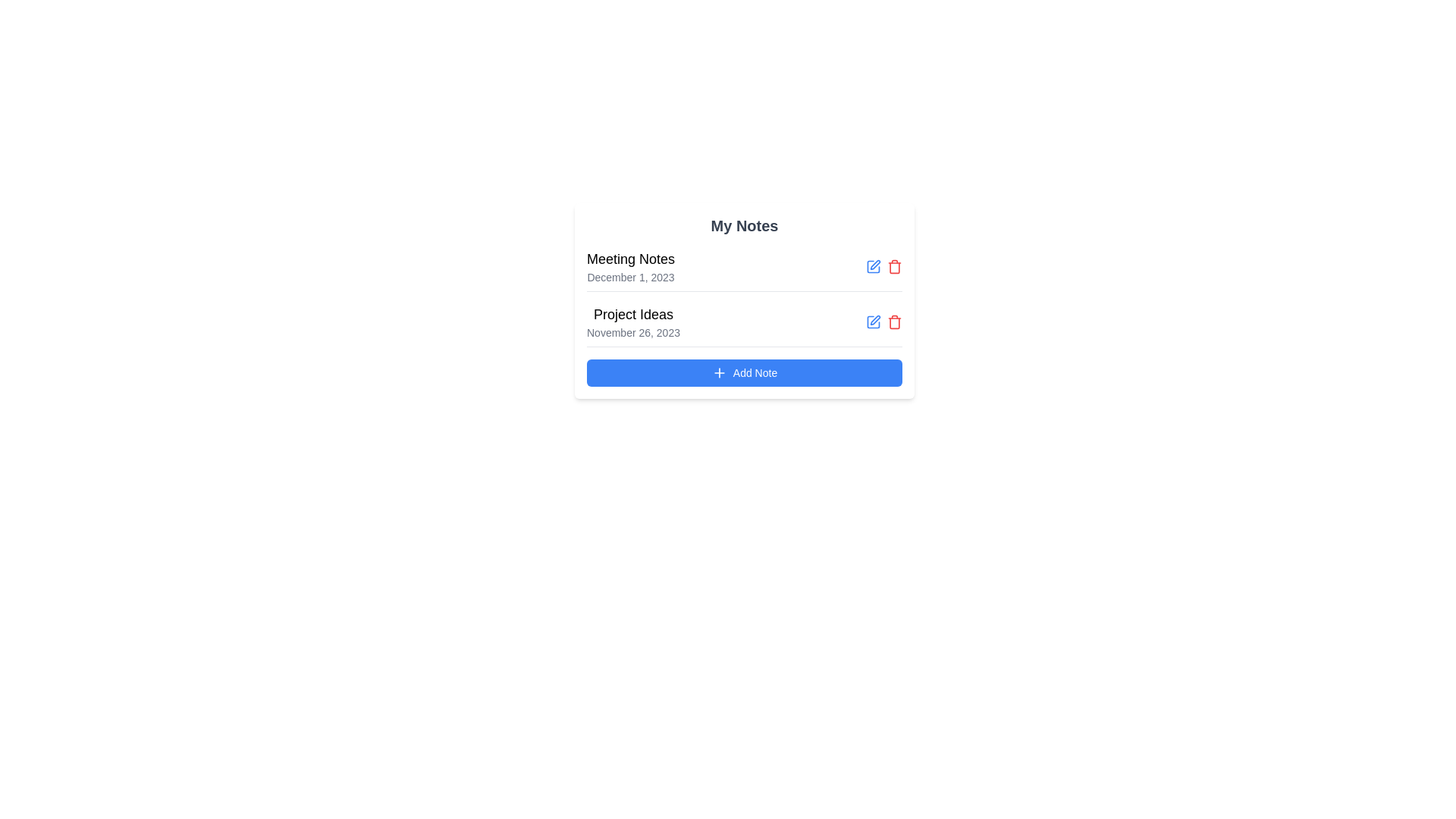  What do you see at coordinates (745, 373) in the screenshot?
I see `the 'Add Note' button located at the bottom of the 'My Notes' panel` at bounding box center [745, 373].